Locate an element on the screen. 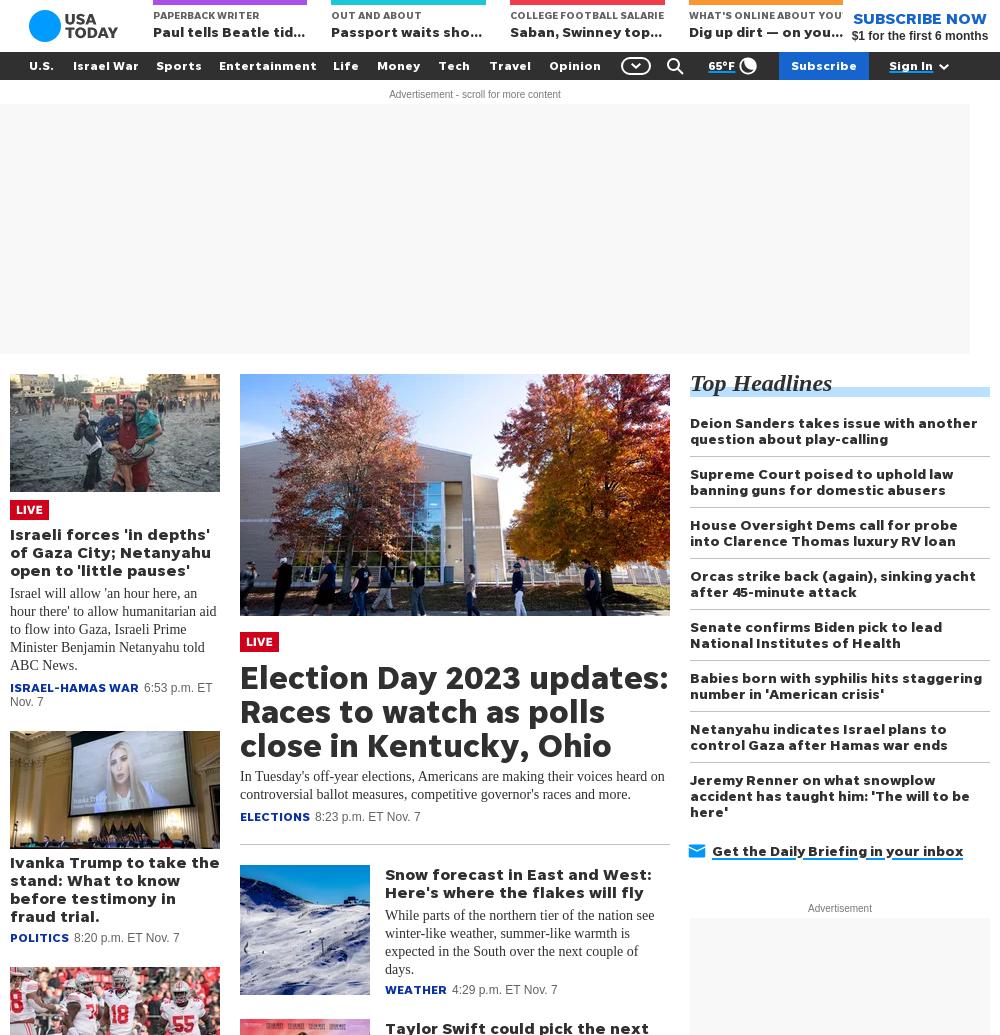 The image size is (1000, 1035). 'Saban, Swinney top list' is located at coordinates (510, 31).